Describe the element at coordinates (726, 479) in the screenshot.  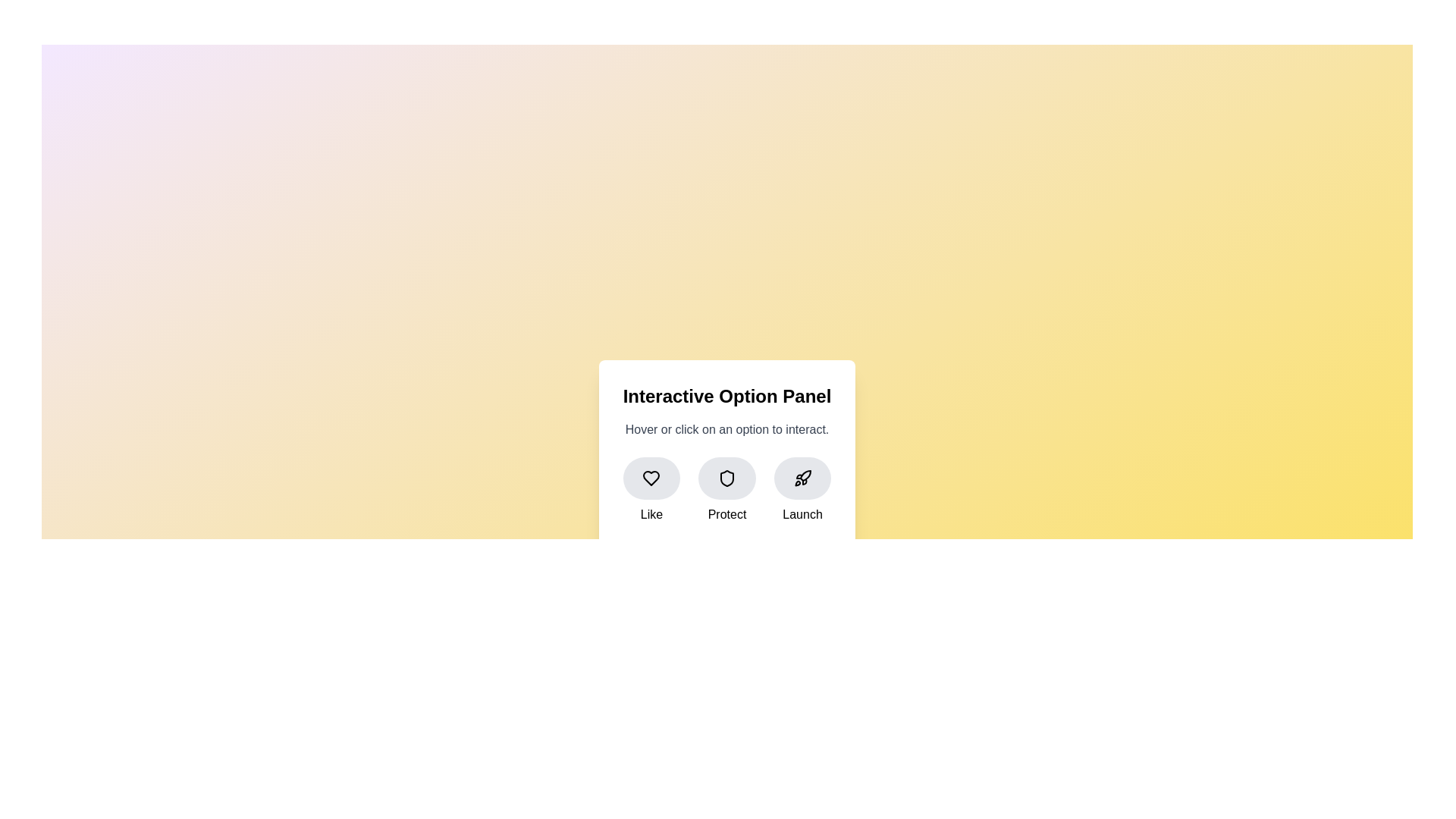
I see `the shield-shaped SVG icon within the circular button in the Interactive Option Panel` at that location.